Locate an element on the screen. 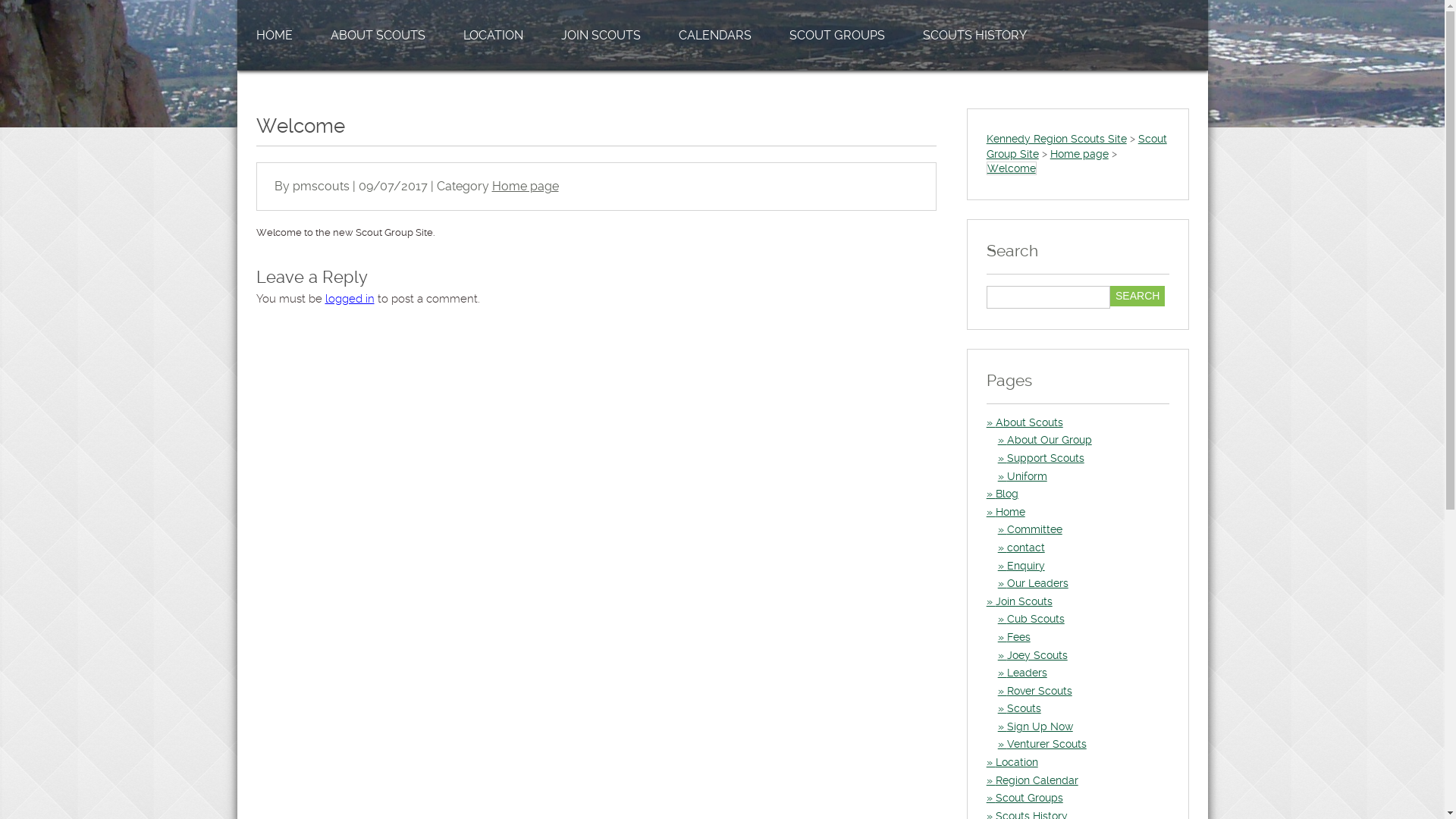 The height and width of the screenshot is (819, 1456). 'JOIN SCOUTS' is located at coordinates (599, 34).